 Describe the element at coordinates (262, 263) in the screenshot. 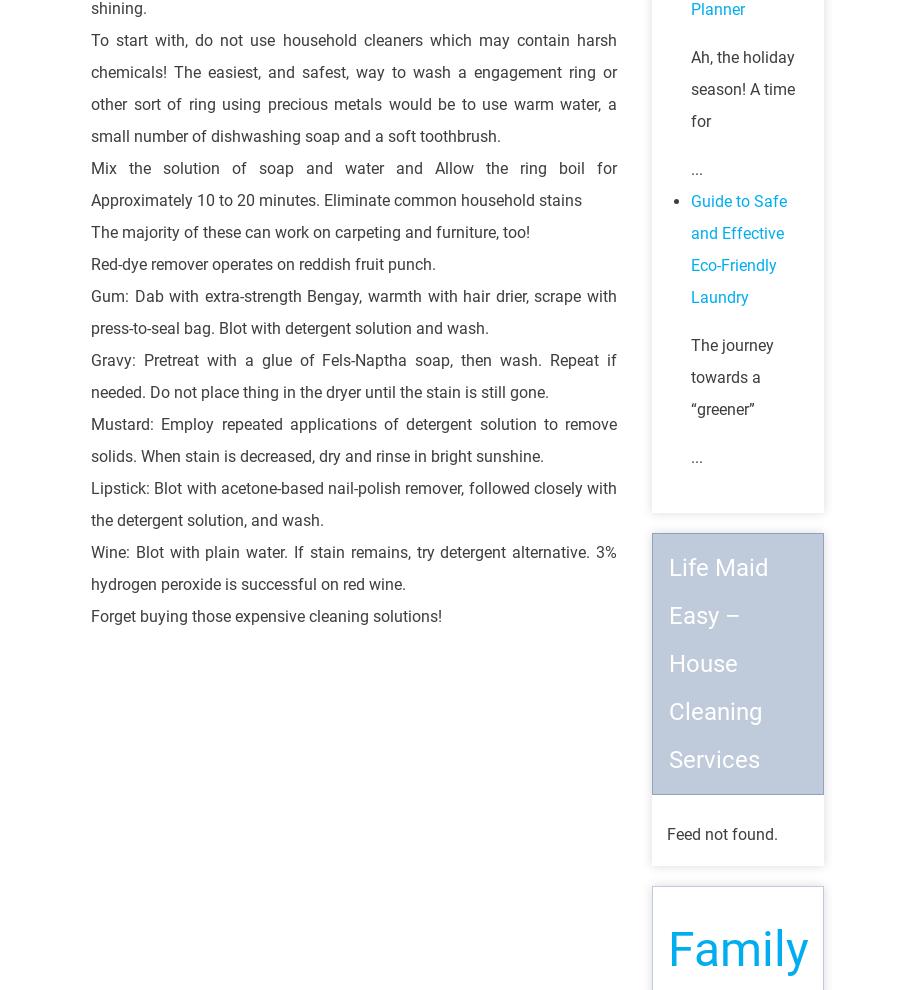

I see `'Red-dye remover operates on reddish fruit punch.'` at that location.